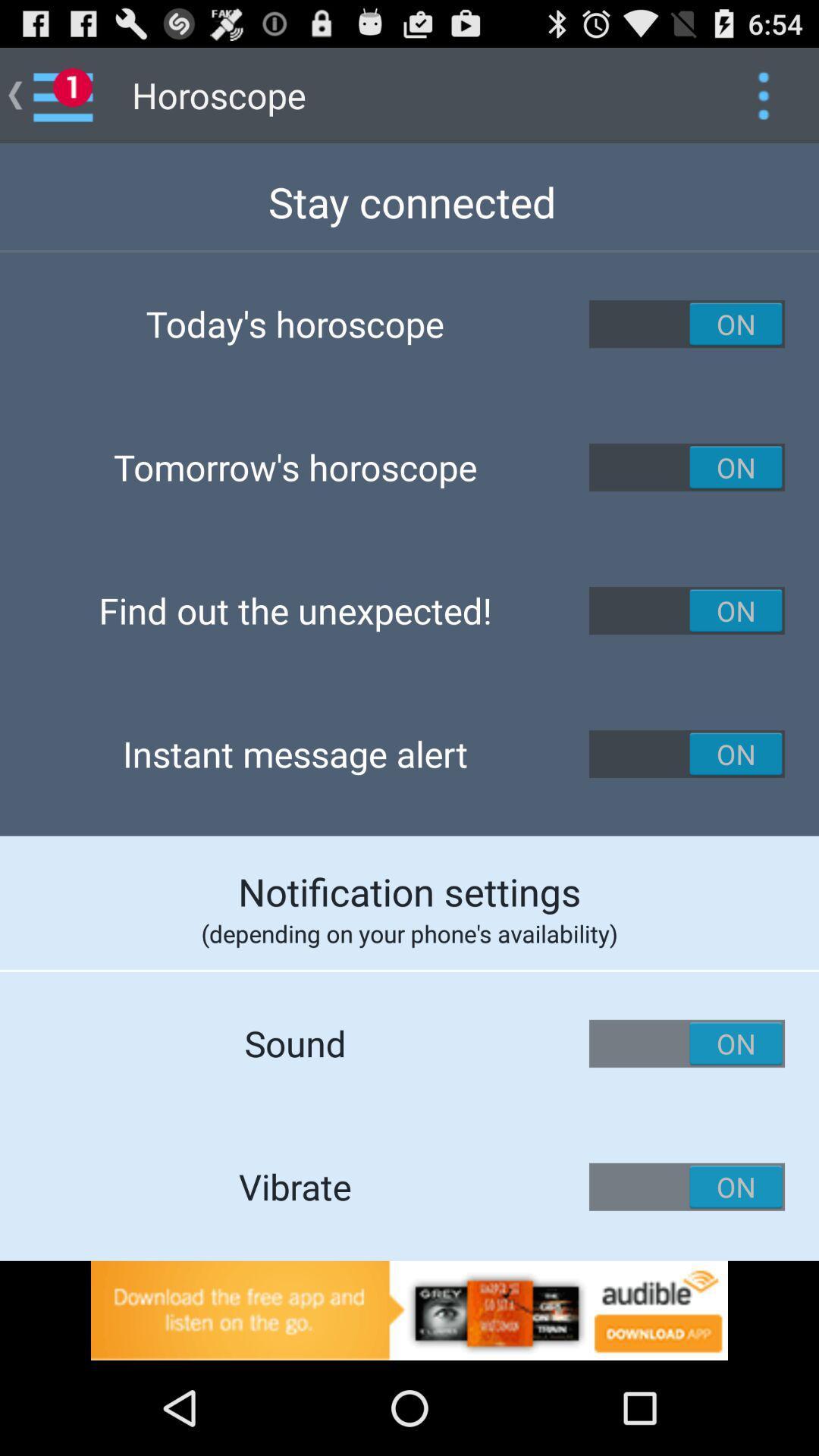 The image size is (819, 1456). What do you see at coordinates (687, 1186) in the screenshot?
I see `vibrate toggle` at bounding box center [687, 1186].